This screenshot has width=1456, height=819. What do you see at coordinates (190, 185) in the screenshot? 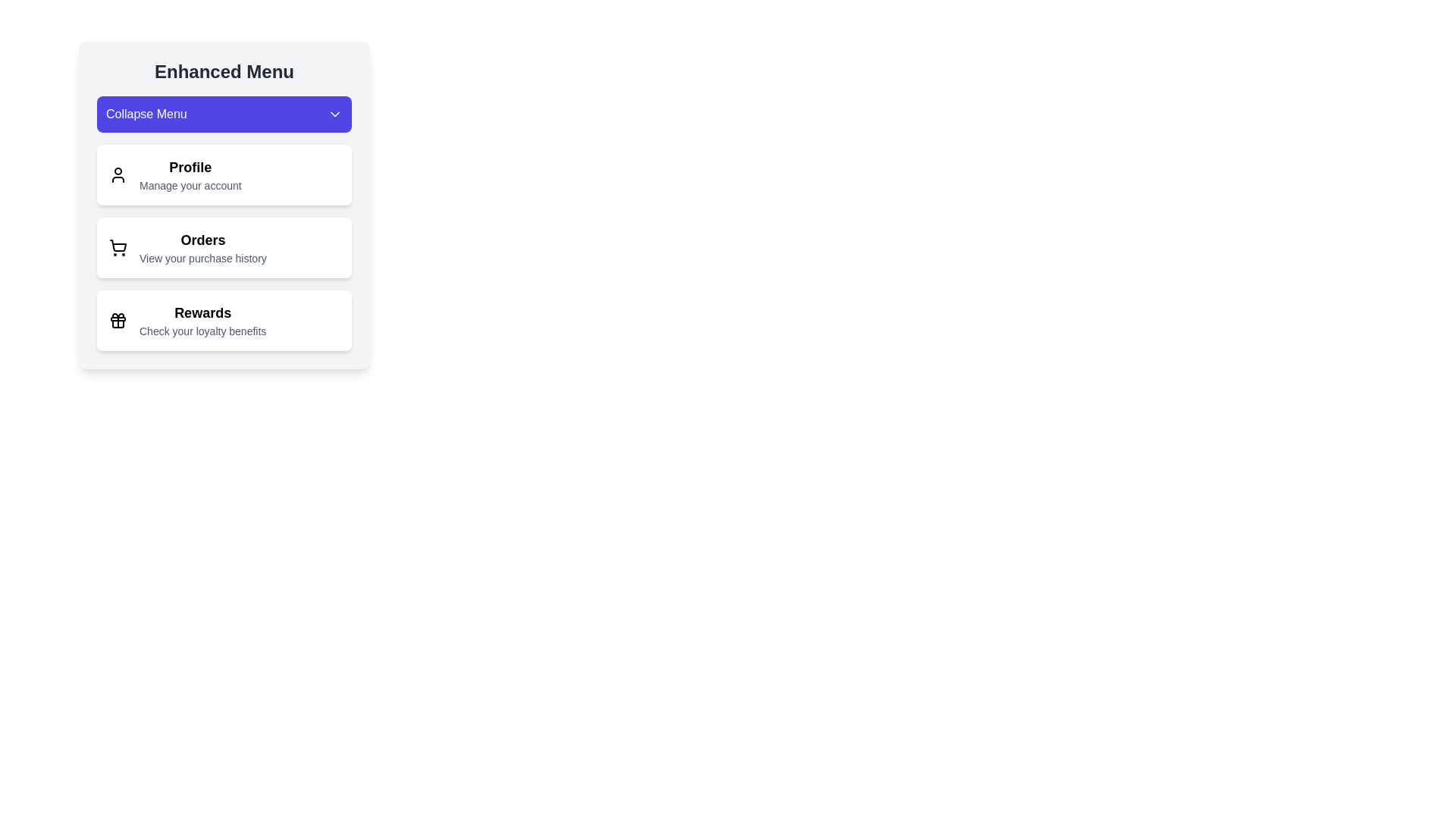
I see `the descriptive text label located below the bolded 'Profile' text in the first card of the vertically stacked list` at bounding box center [190, 185].